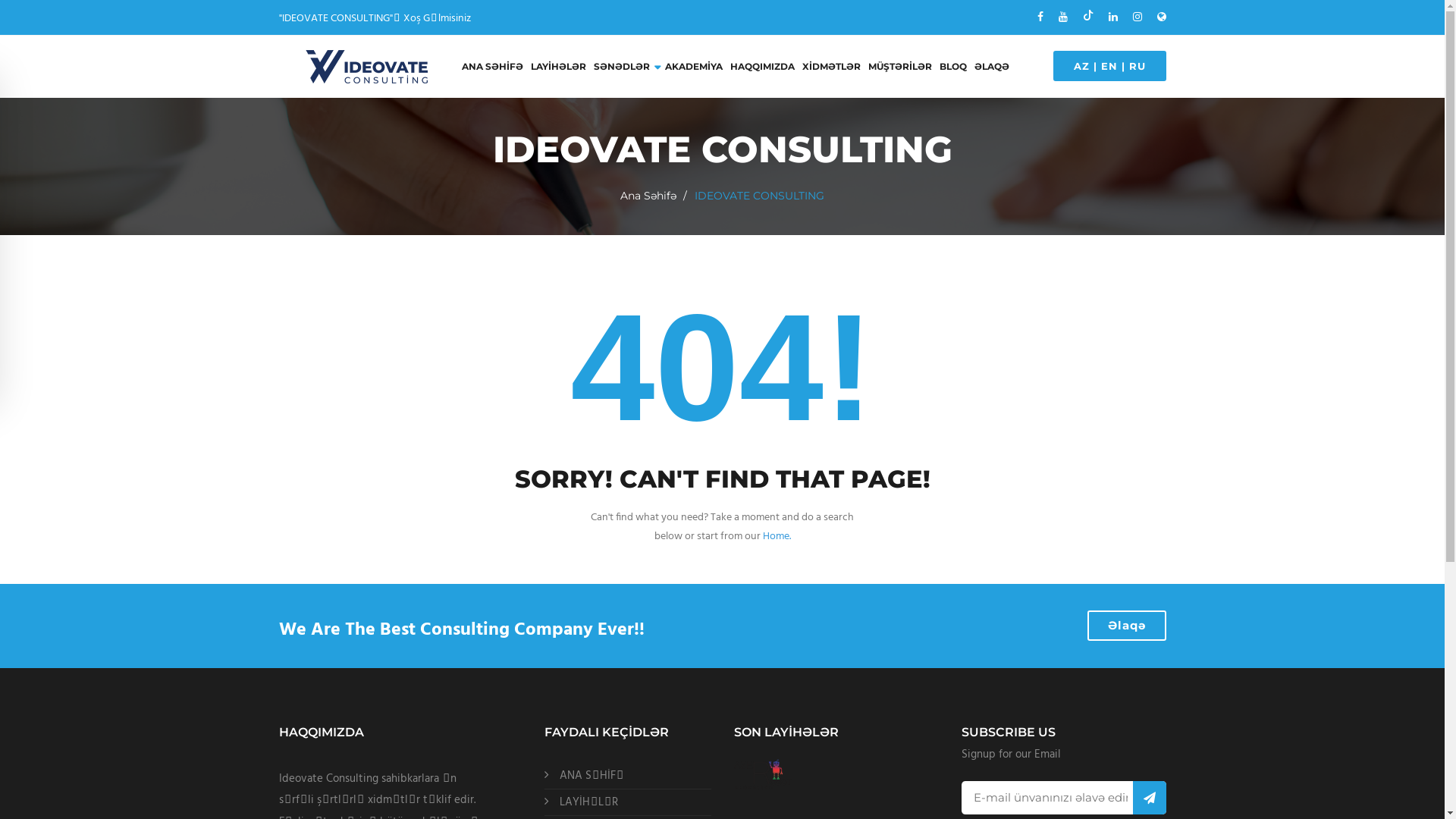  I want to click on 'RU', so click(1136, 65).